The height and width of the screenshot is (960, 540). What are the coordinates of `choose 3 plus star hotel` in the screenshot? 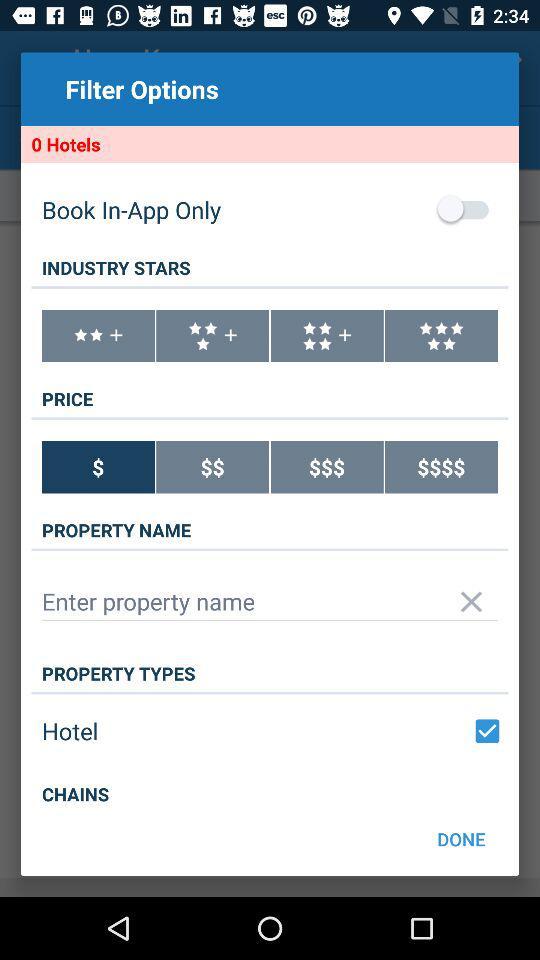 It's located at (211, 336).